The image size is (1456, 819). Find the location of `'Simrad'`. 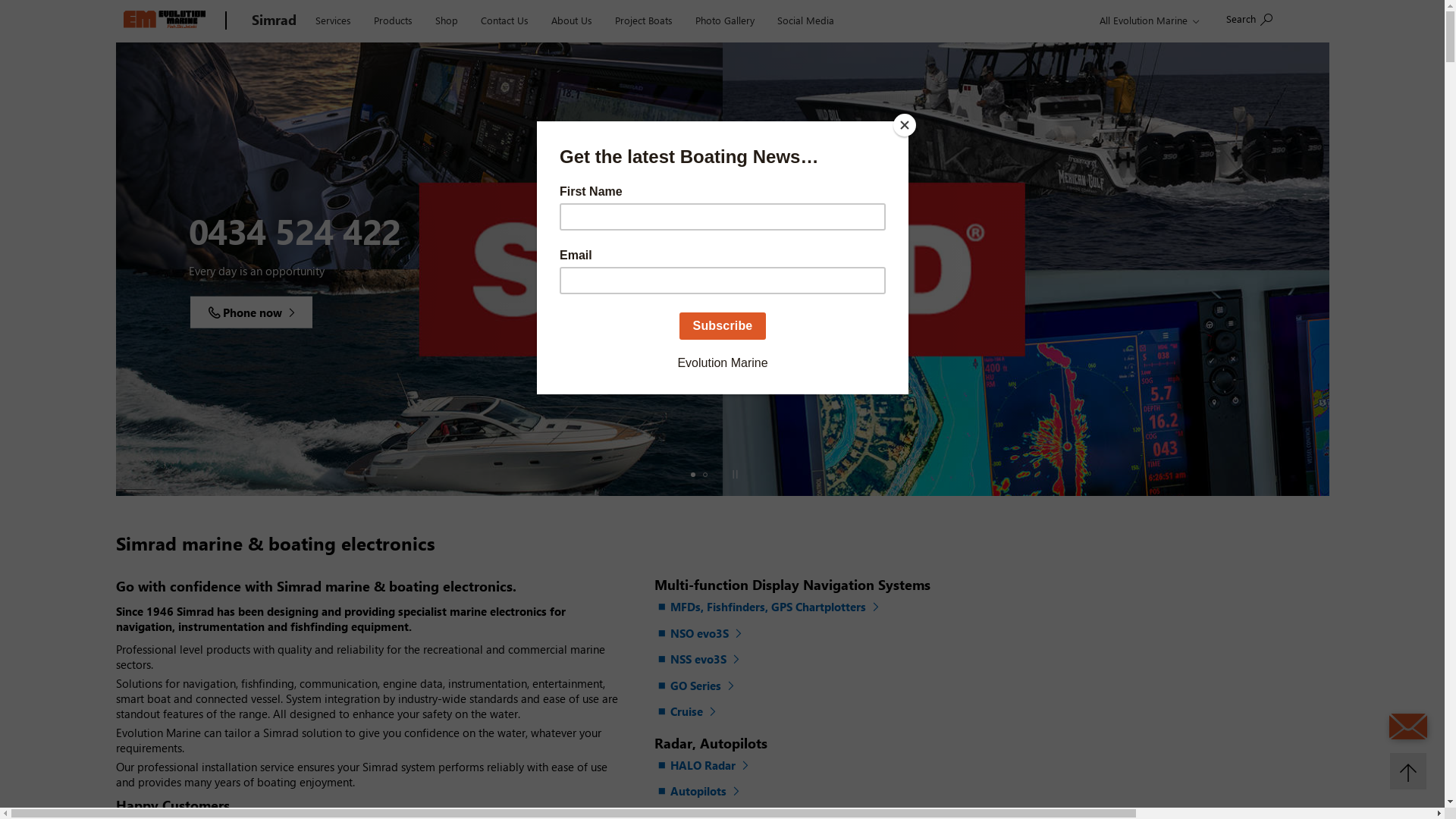

'Simrad' is located at coordinates (274, 20).